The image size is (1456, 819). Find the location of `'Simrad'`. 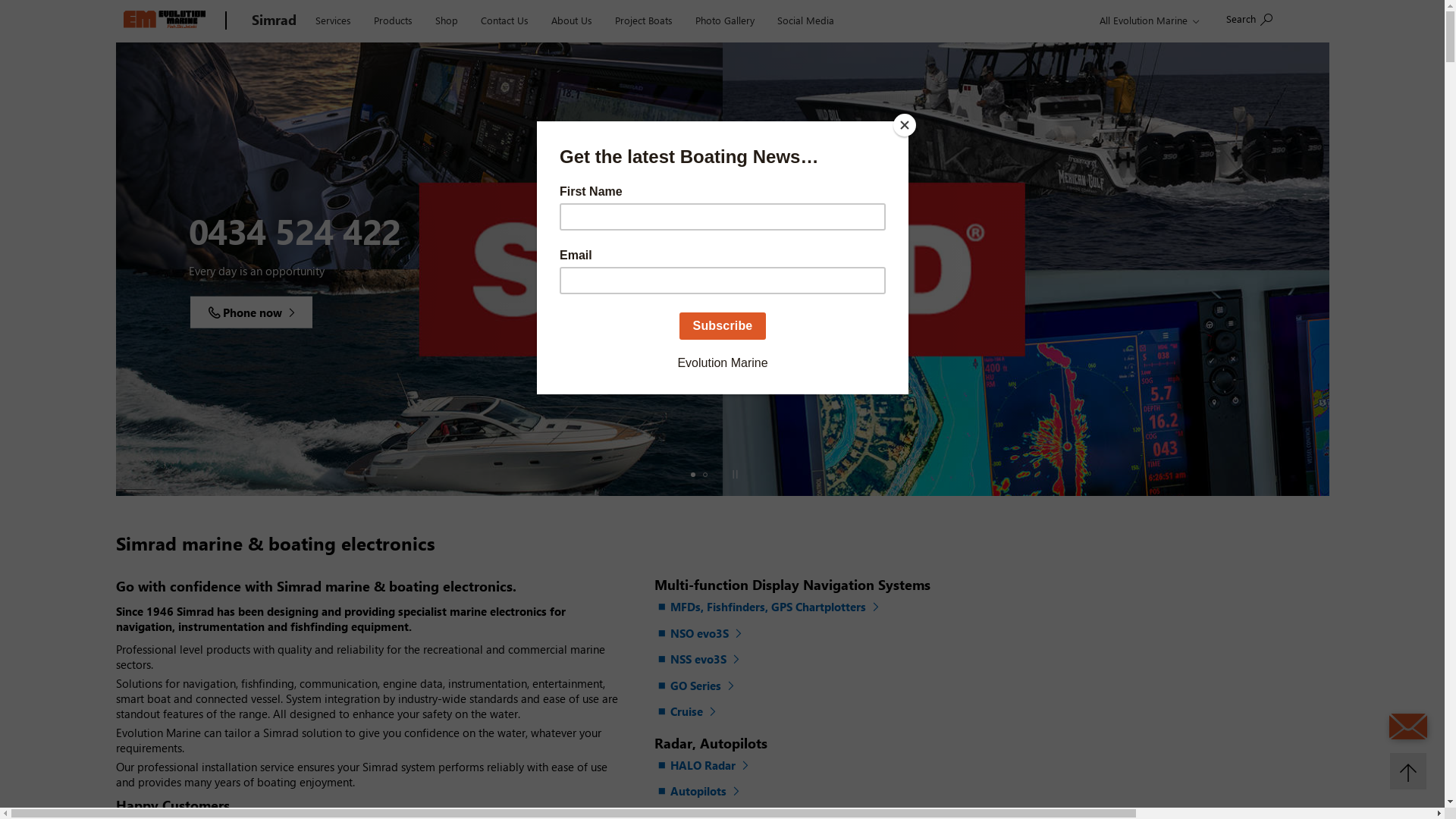

'Simrad' is located at coordinates (274, 20).